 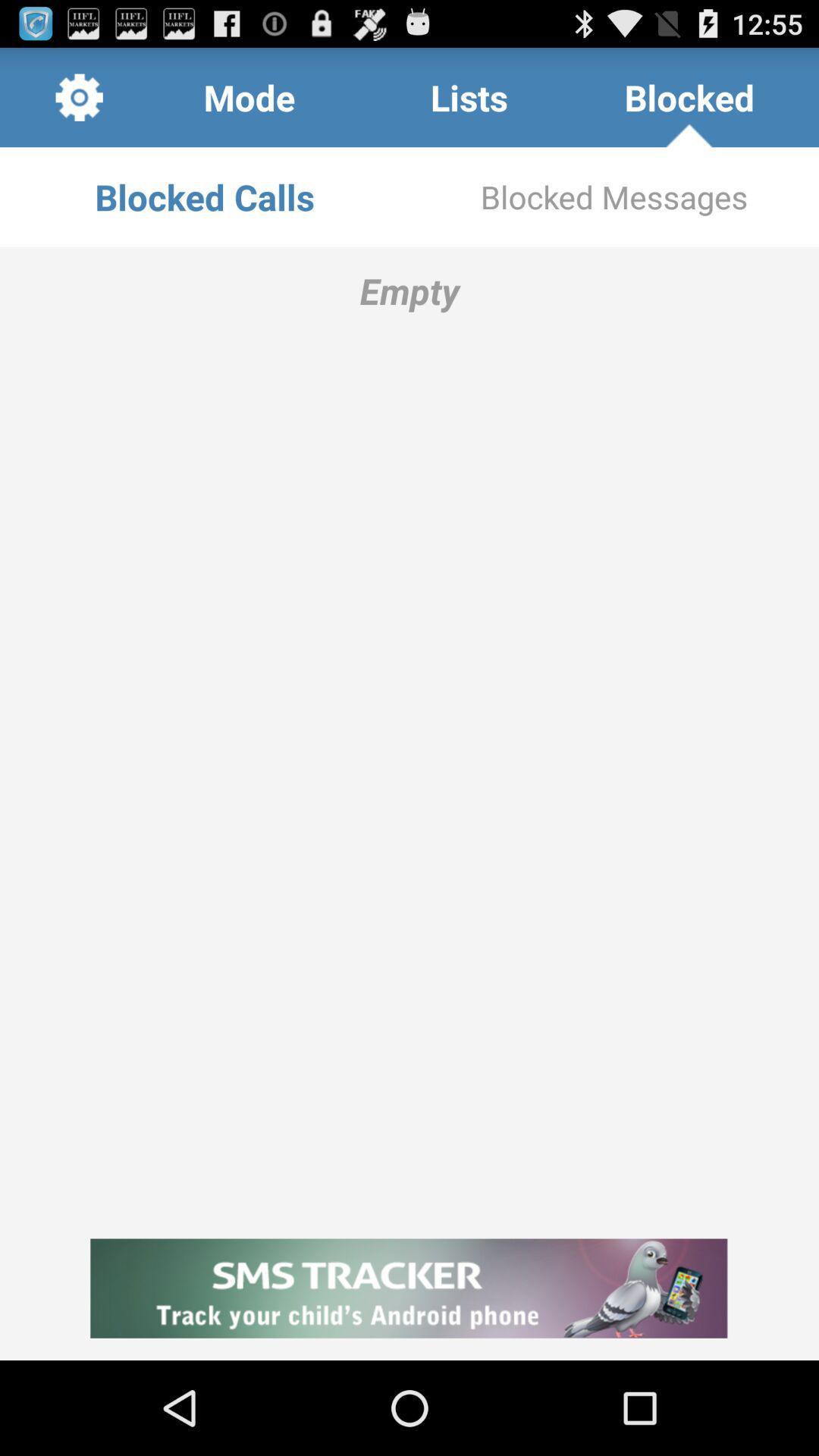 I want to click on the app next to the lists, so click(x=248, y=96).